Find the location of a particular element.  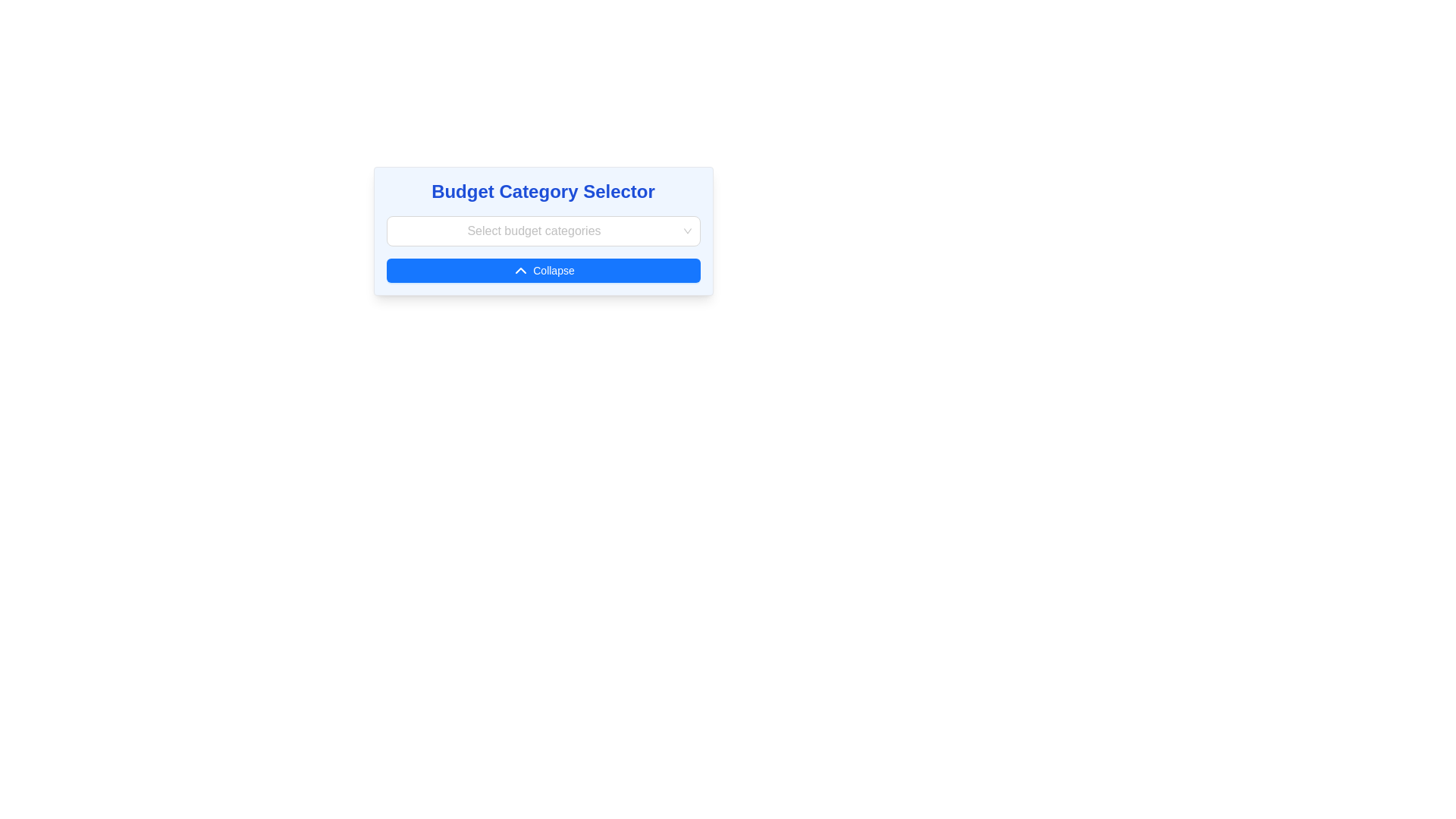

text from the text placeholder labeled 'Select budget categories', which is displayed in light gray color within the dropdown input field is located at coordinates (534, 231).